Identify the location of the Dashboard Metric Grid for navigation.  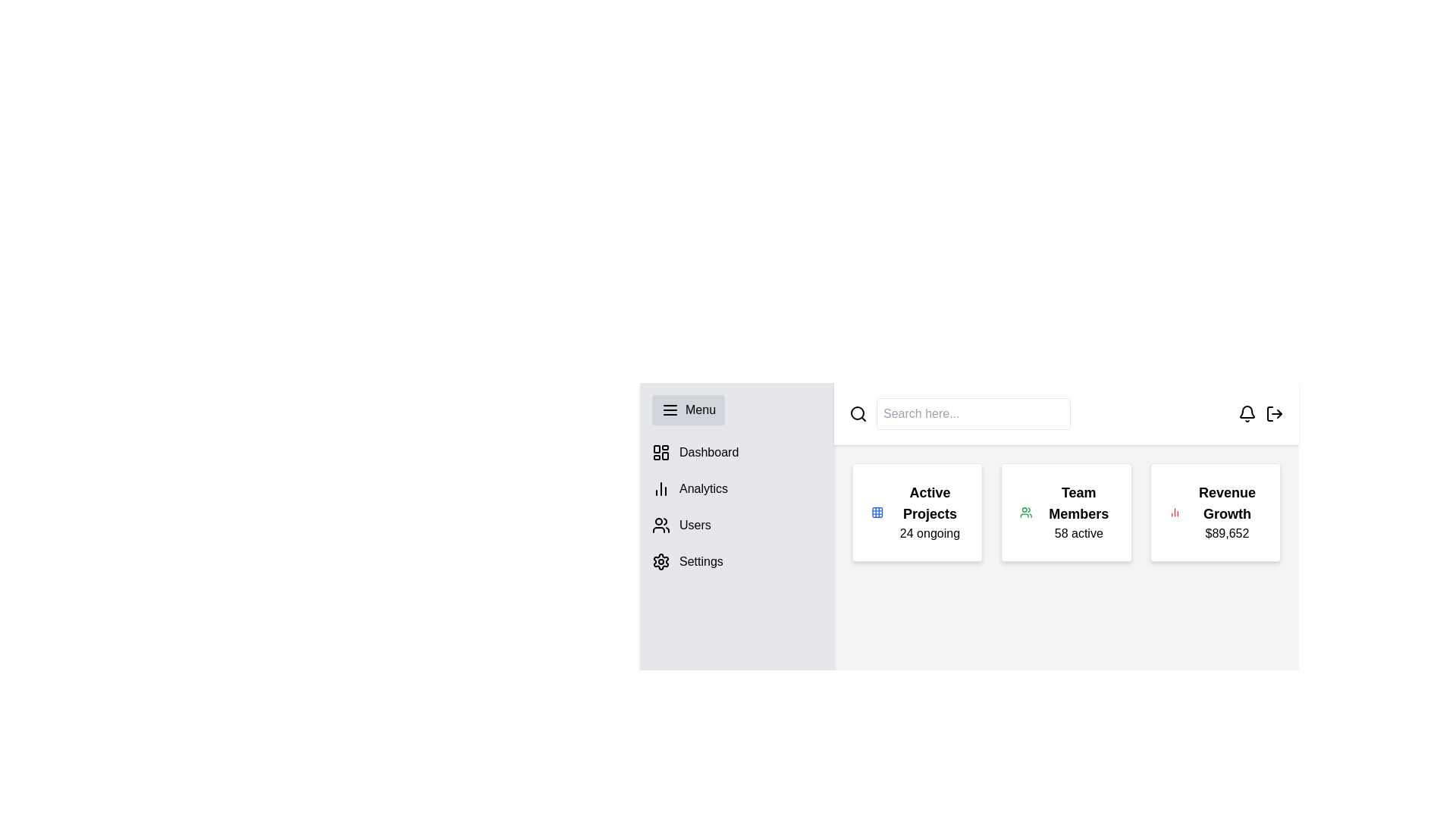
(1065, 512).